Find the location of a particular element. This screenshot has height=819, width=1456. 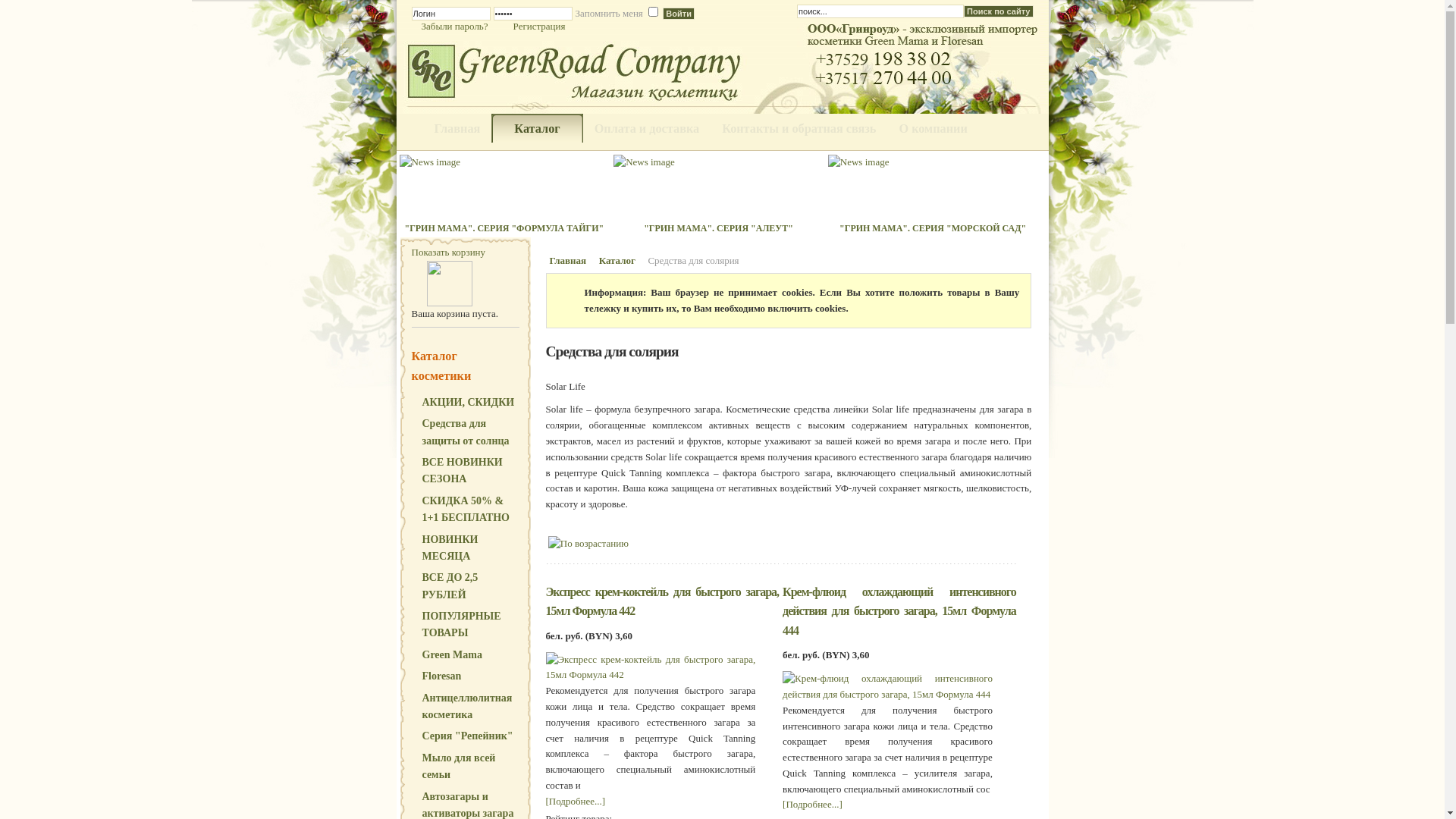

'Floresan' is located at coordinates (466, 675).